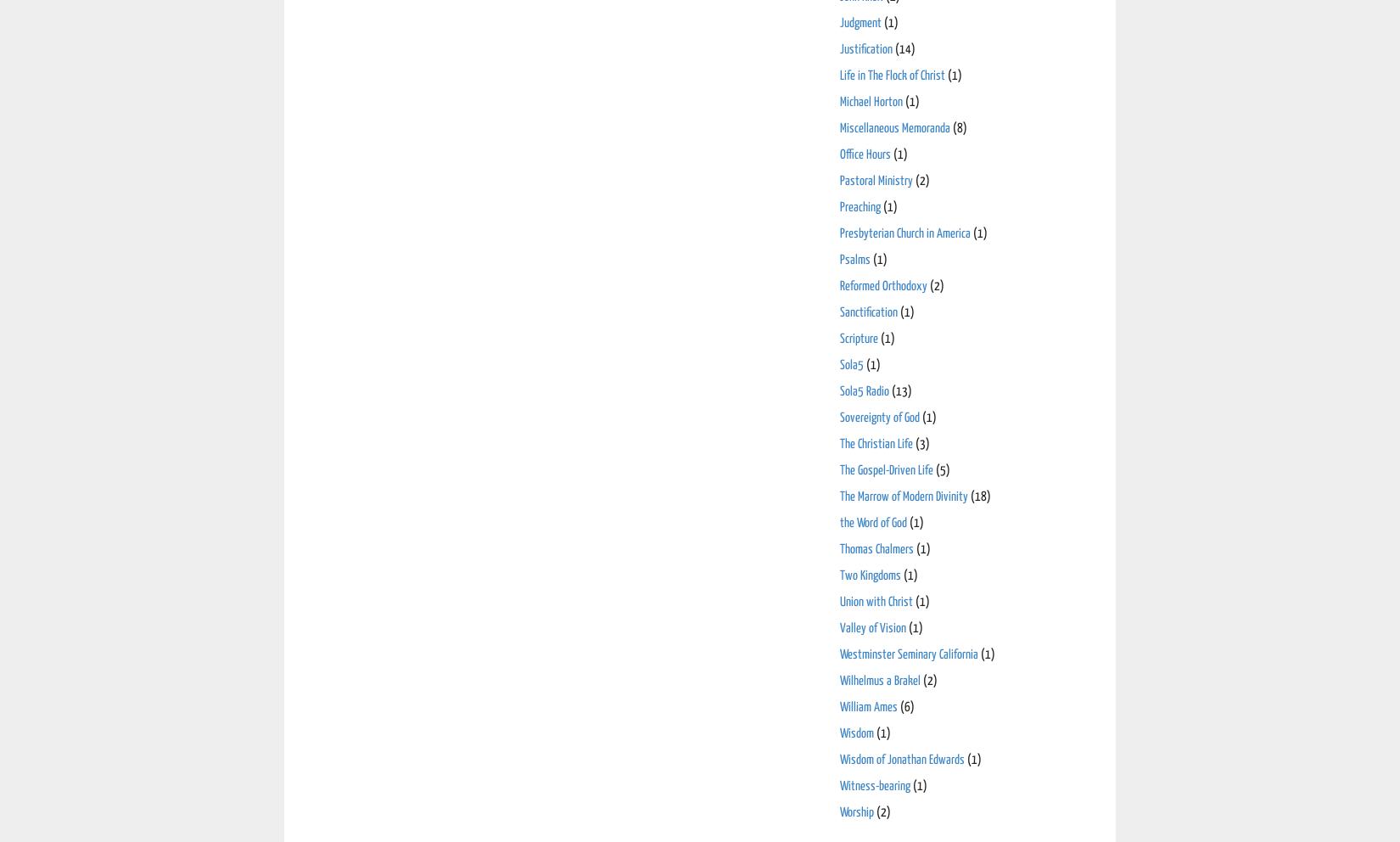 The height and width of the screenshot is (842, 1400). Describe the element at coordinates (875, 784) in the screenshot. I see `'Witness-bearing'` at that location.